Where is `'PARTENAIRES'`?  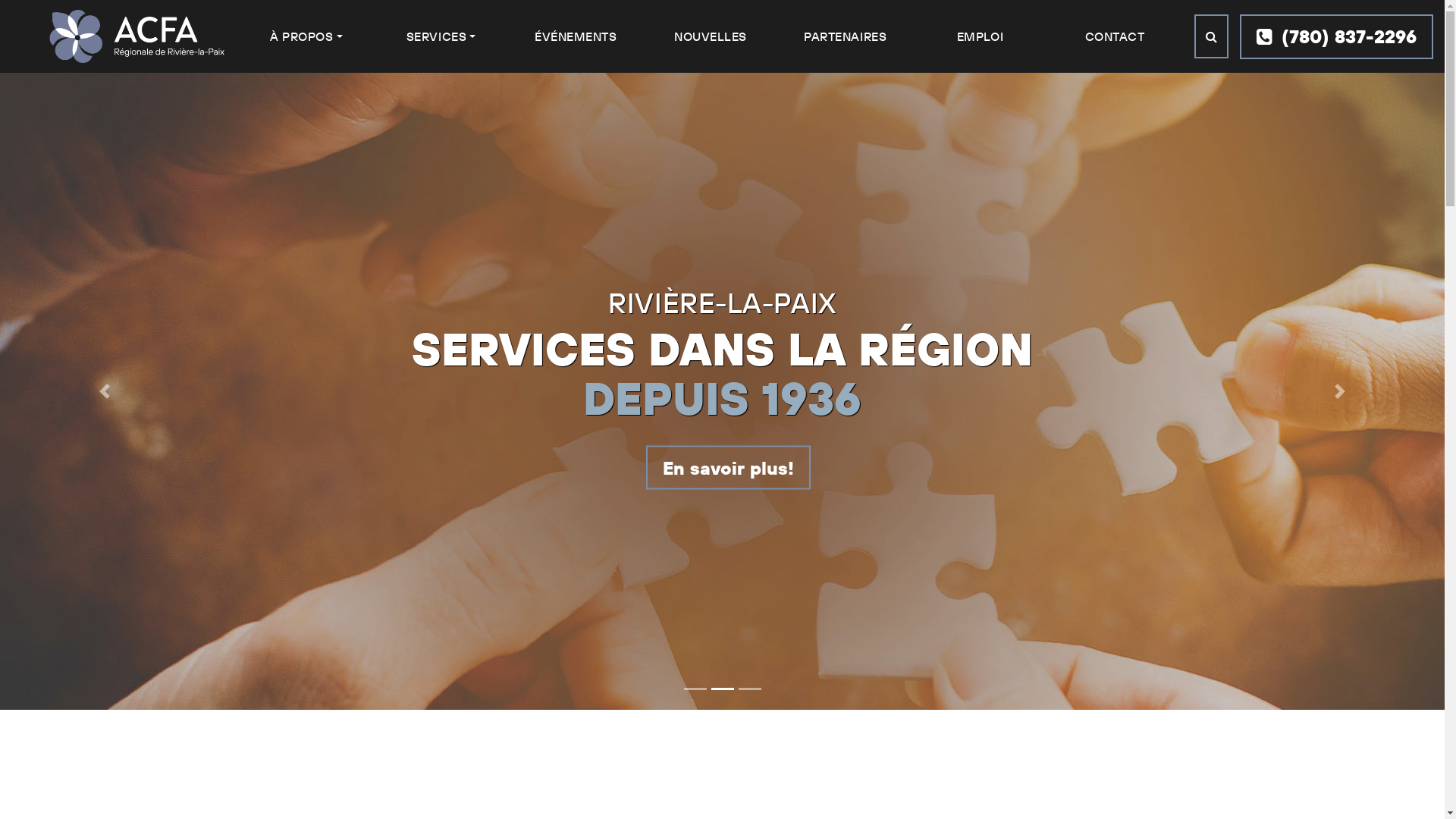 'PARTENAIRES' is located at coordinates (792, 35).